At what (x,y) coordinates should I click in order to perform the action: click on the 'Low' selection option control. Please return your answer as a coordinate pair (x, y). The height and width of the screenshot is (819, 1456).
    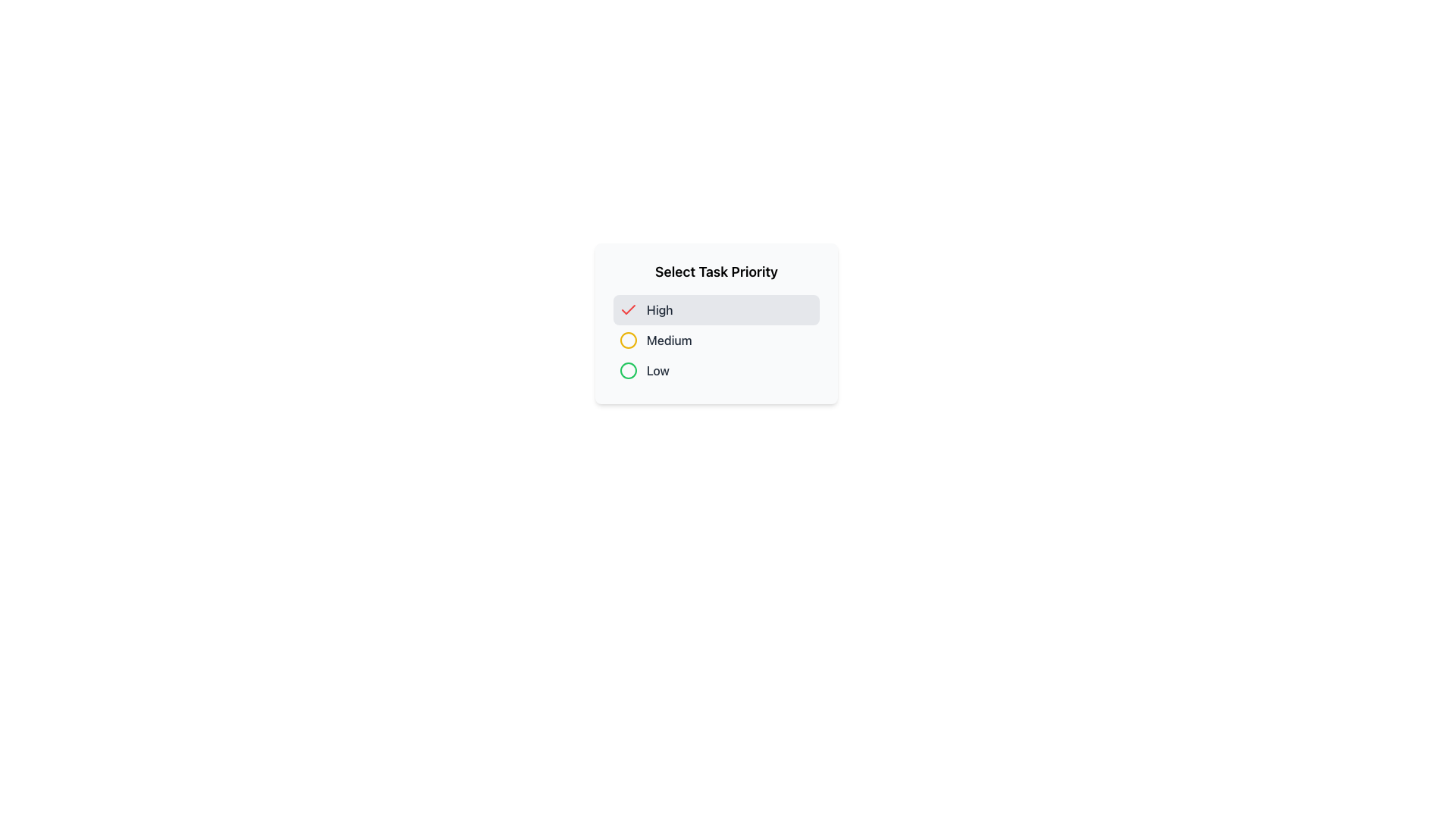
    Looking at the image, I should click on (716, 371).